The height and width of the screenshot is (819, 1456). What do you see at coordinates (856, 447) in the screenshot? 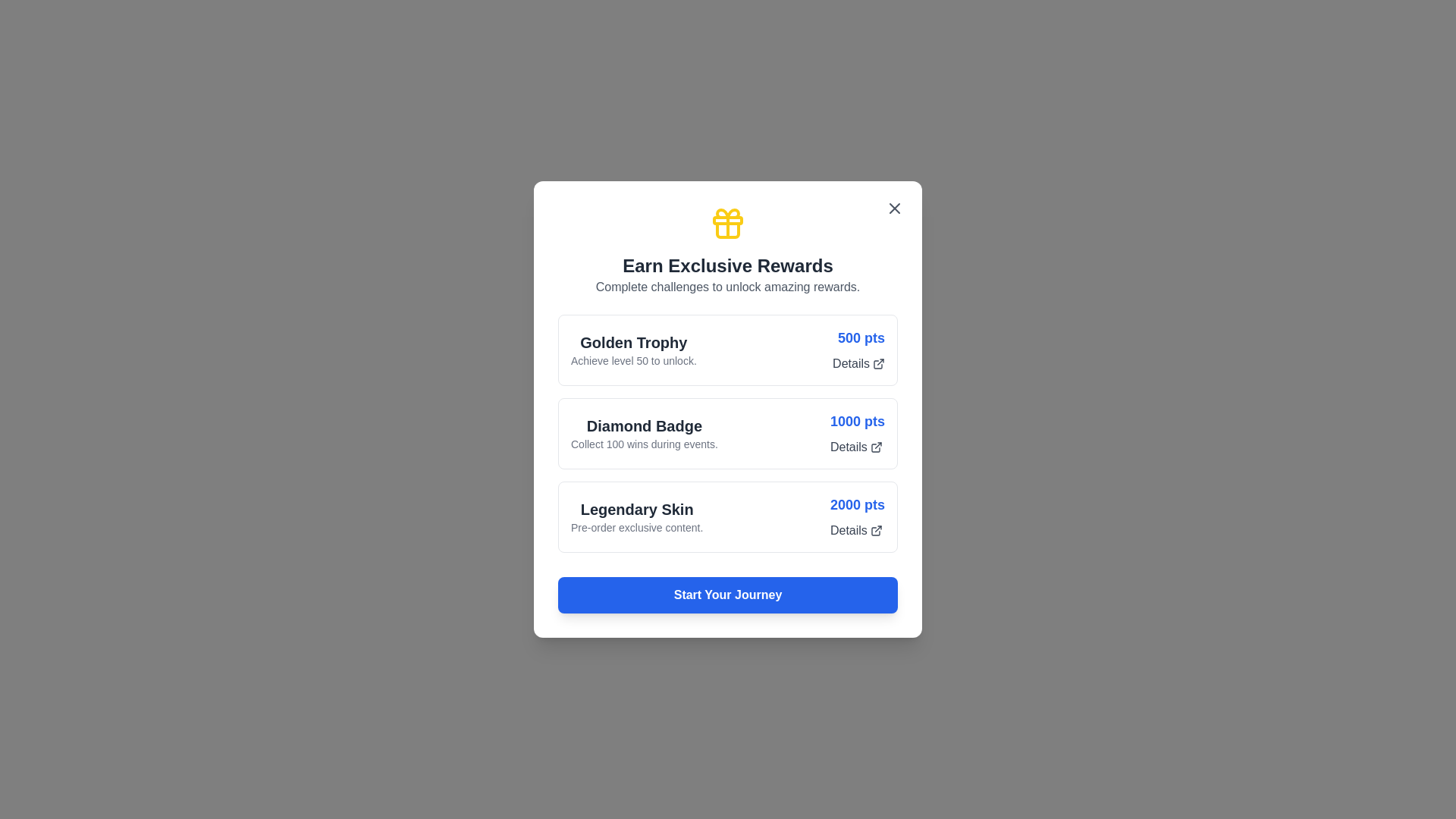
I see `the hyperlink located immediately to the right of '1000 pts' in the 'Diamond Badge' section` at bounding box center [856, 447].